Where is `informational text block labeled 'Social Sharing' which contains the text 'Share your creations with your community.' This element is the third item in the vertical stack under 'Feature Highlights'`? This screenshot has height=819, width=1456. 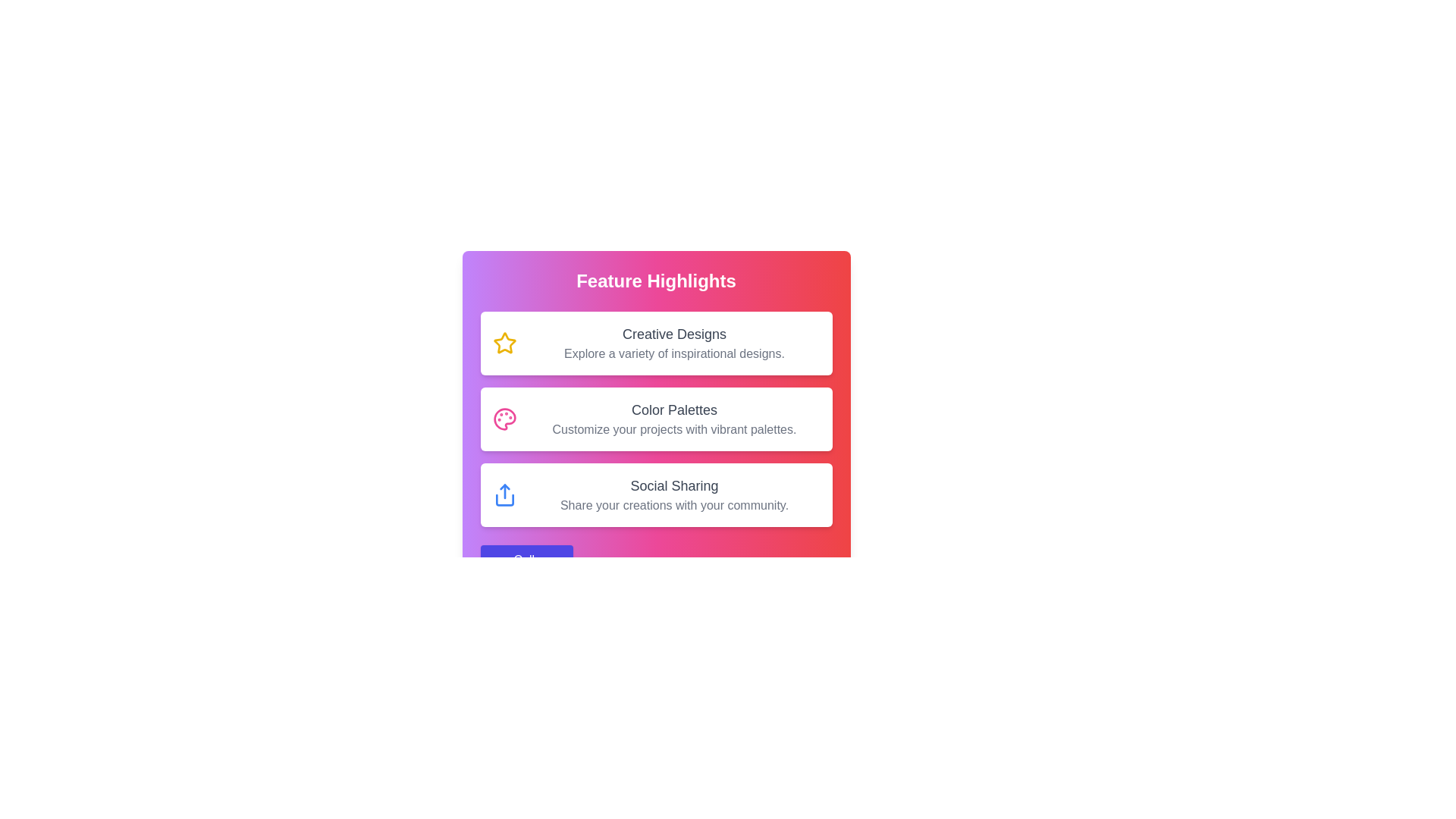
informational text block labeled 'Social Sharing' which contains the text 'Share your creations with your community.' This element is the third item in the vertical stack under 'Feature Highlights' is located at coordinates (673, 494).